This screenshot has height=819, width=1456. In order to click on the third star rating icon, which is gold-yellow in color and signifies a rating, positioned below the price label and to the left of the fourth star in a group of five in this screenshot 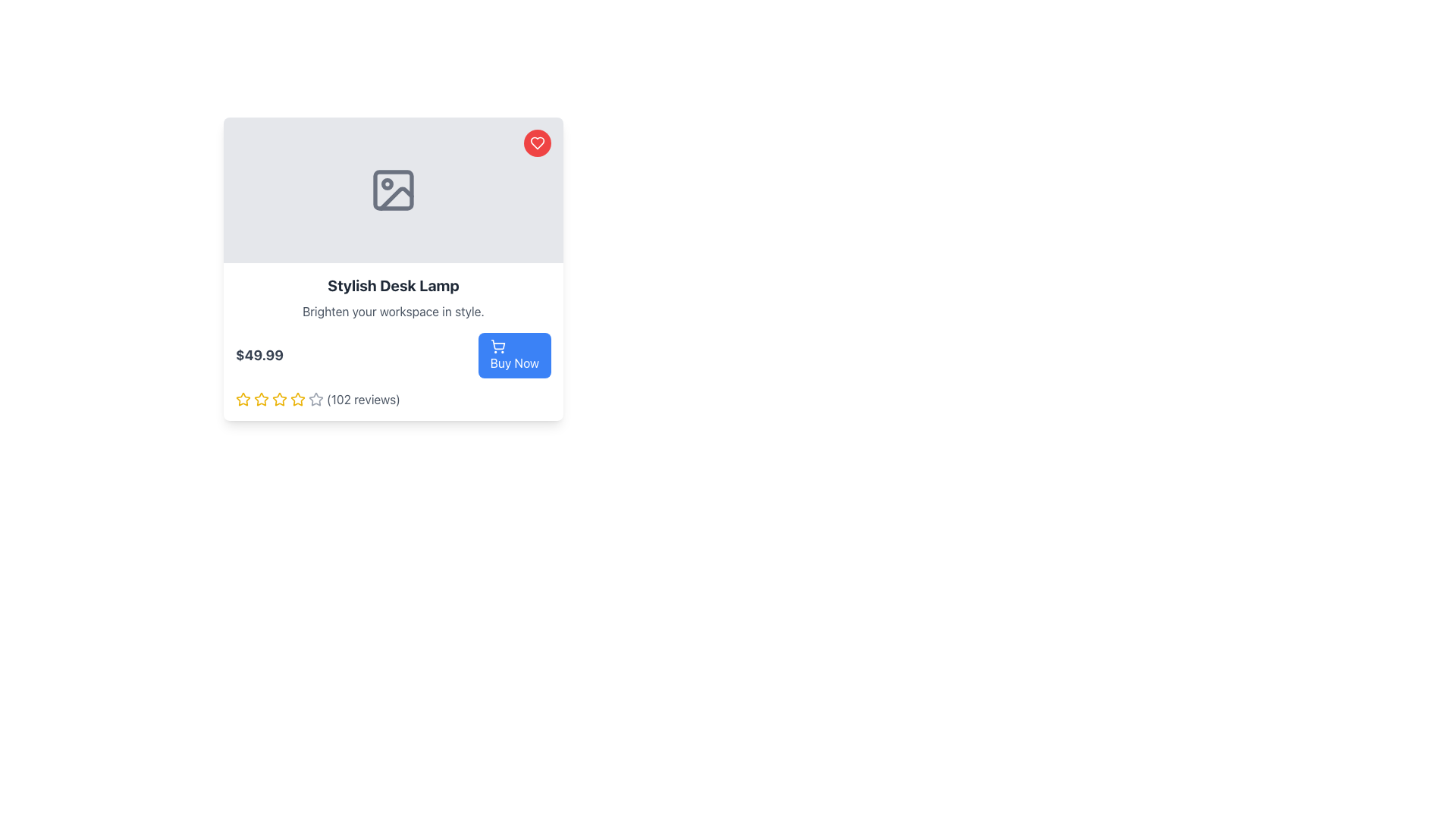, I will do `click(262, 399)`.